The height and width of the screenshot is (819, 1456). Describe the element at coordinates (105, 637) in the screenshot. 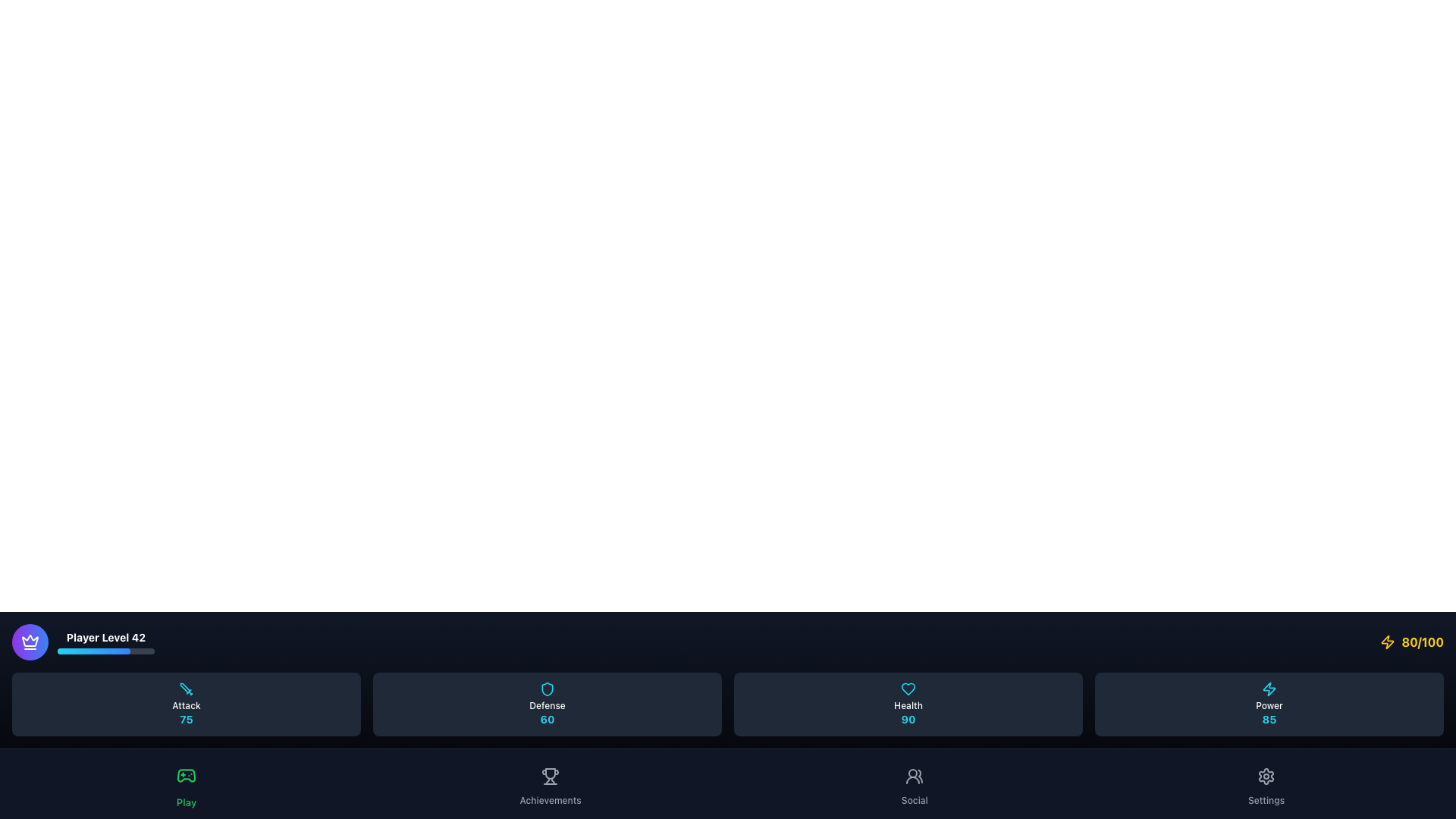

I see `text content of the Text label element displaying 'Player Level 42', which is styled in bold and located on a dark background near the top-left corner of the application interface` at that location.